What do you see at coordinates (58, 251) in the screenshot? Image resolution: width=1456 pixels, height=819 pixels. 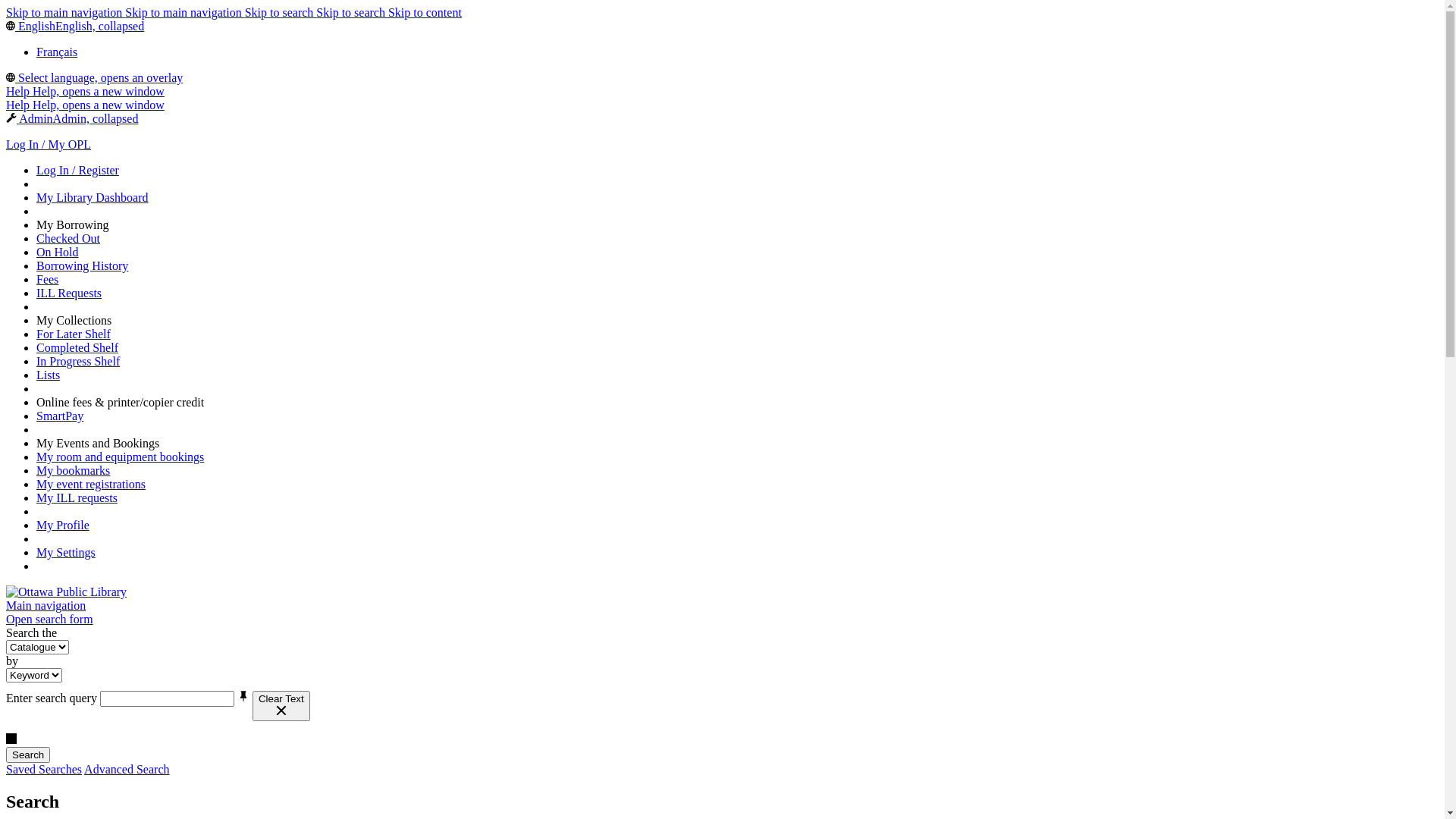 I see `'On Hold'` at bounding box center [58, 251].